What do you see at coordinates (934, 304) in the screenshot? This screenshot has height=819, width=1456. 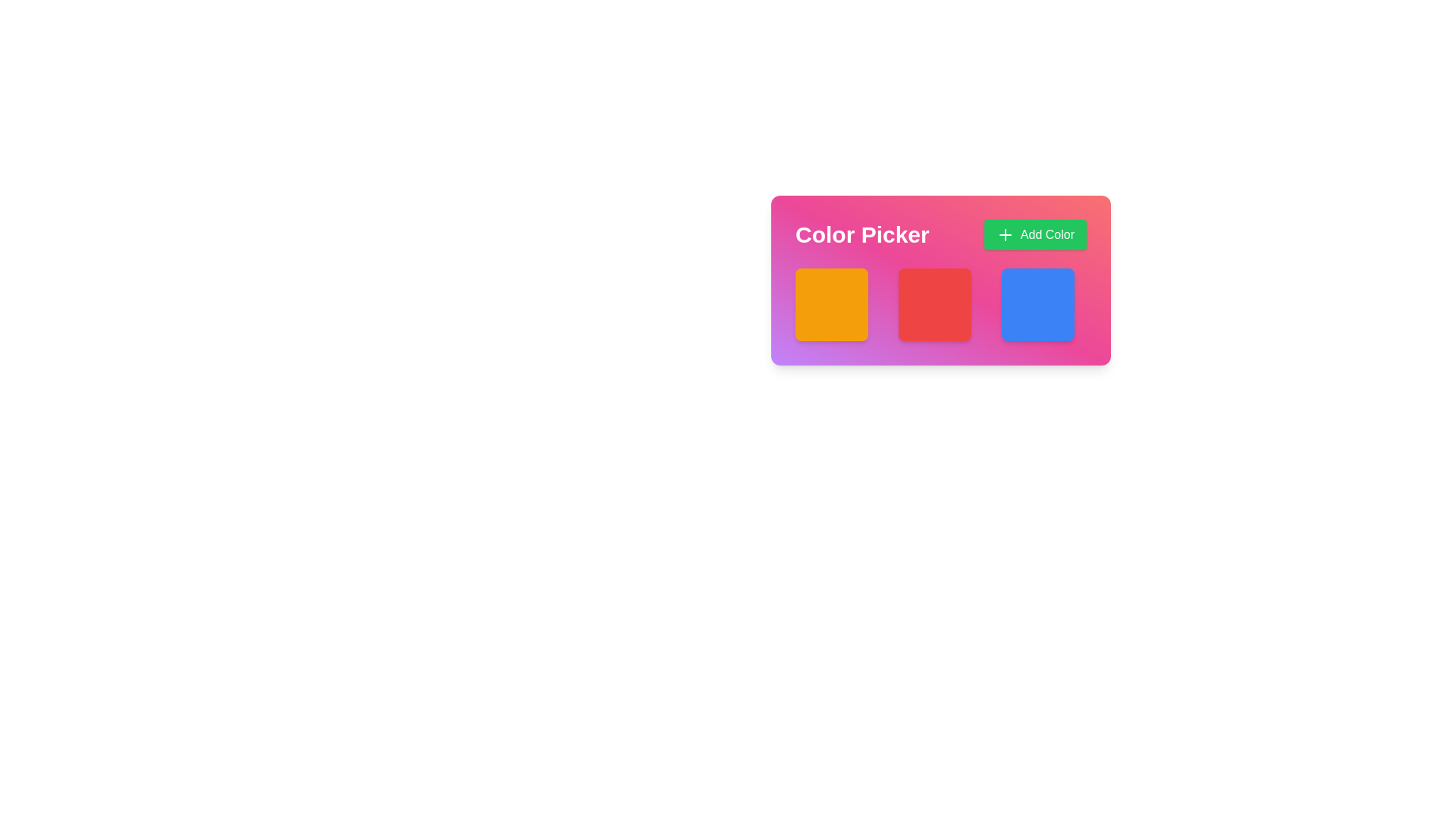 I see `the second interactive colored block representing the red color selection option in the color picker interface to visualize hover effects` at bounding box center [934, 304].